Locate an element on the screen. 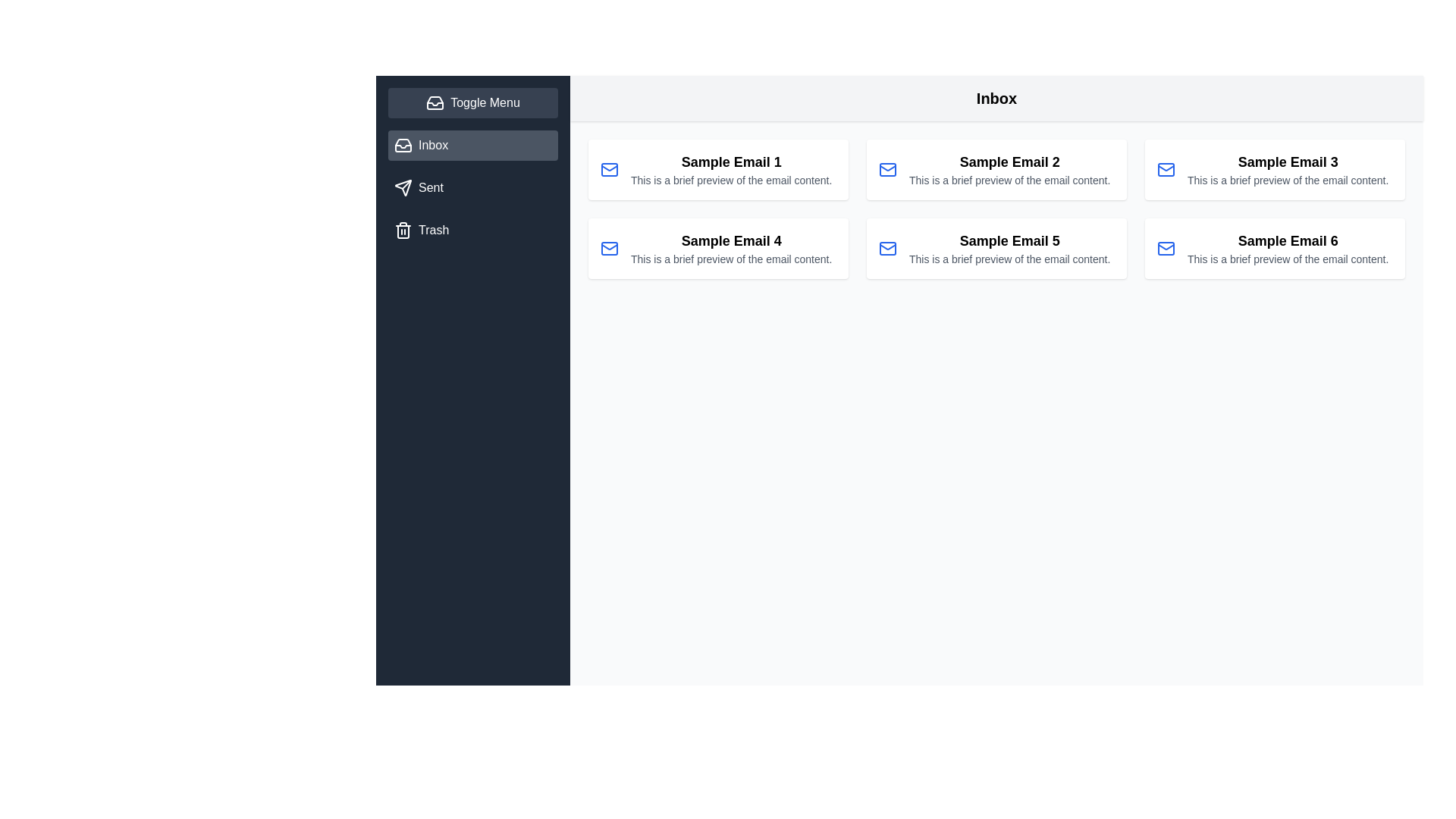  the 'Toggle Menu' button, which features an inbox icon and is located at the top of the vertical navigation sidebar is located at coordinates (472, 102).